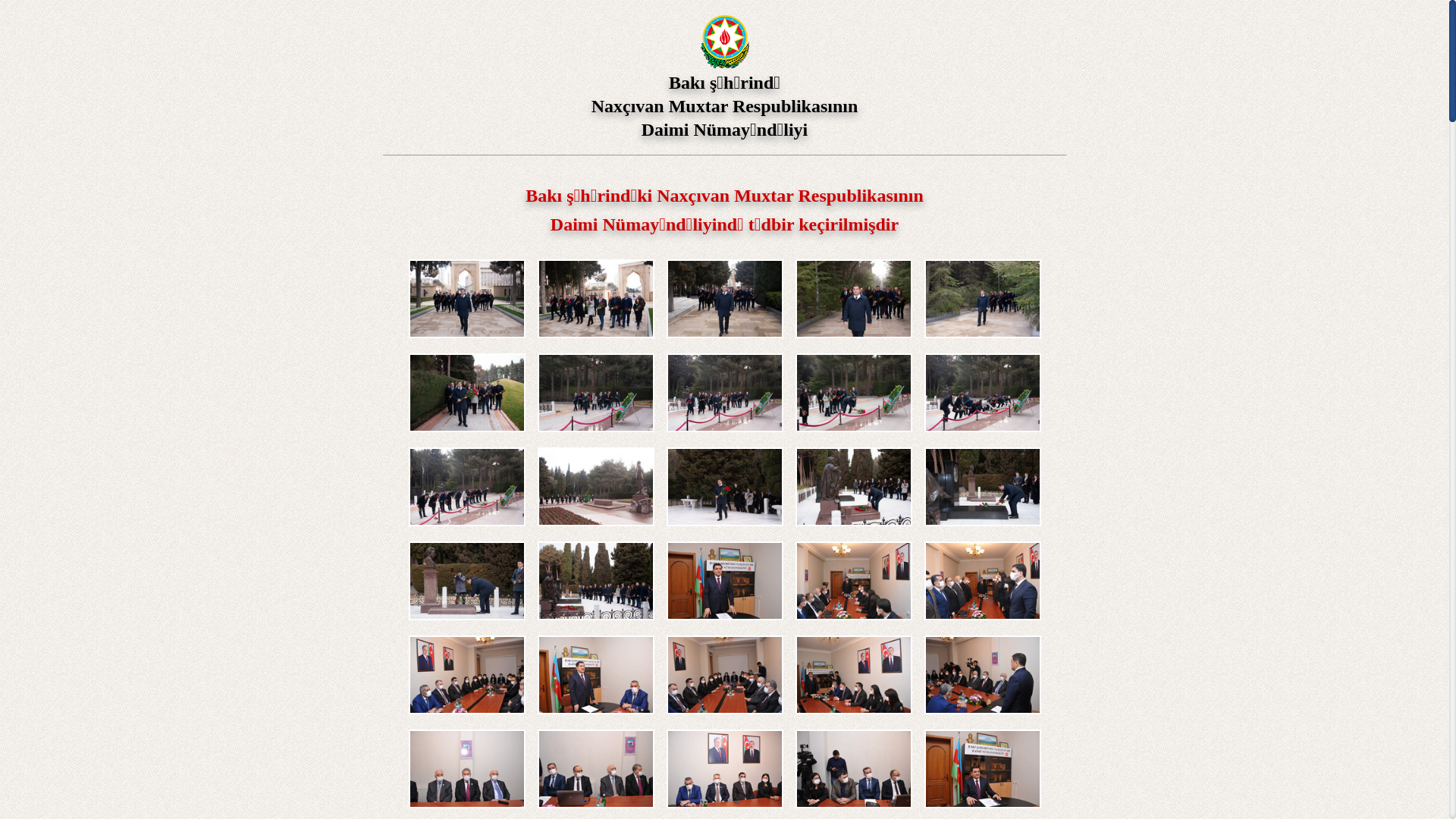 The width and height of the screenshot is (1456, 819). I want to click on 'Click to enlarge', so click(595, 769).